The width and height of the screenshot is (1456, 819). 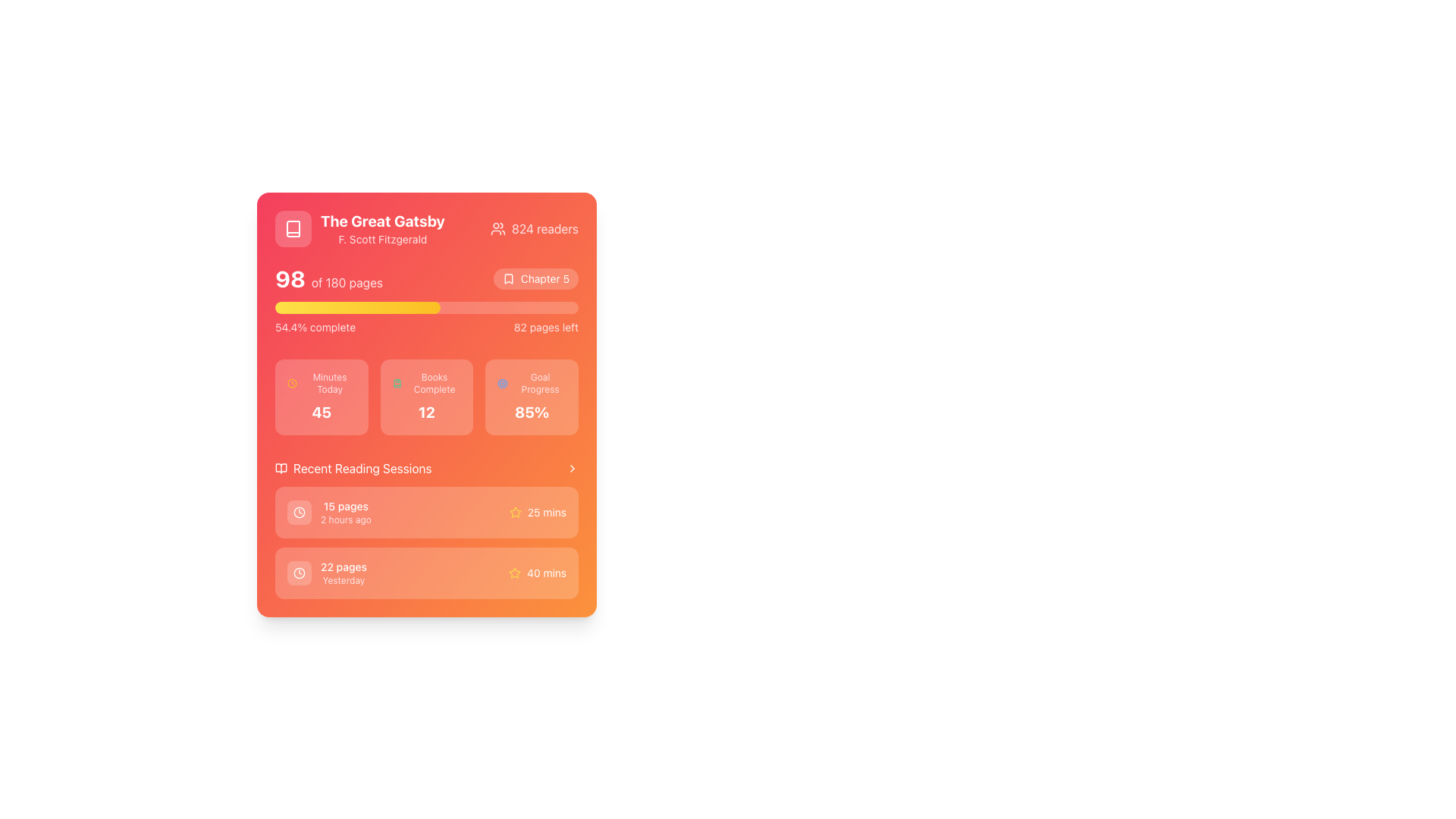 I want to click on static text label displaying 'Yesterday' located below the '22 pages' label within the Recent Reading Sessions card, so click(x=343, y=580).